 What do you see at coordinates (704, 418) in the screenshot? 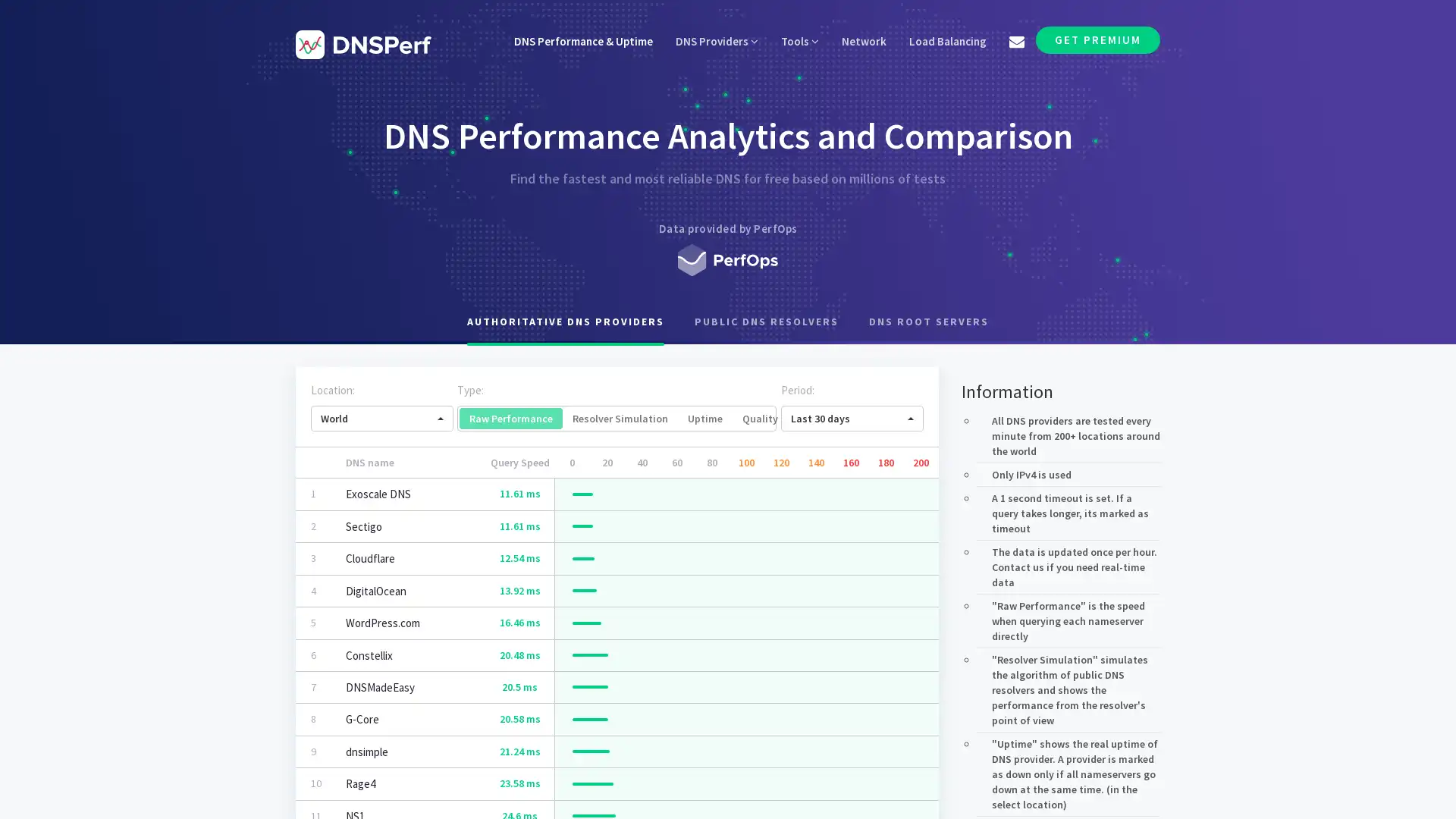
I see `Uptime` at bounding box center [704, 418].